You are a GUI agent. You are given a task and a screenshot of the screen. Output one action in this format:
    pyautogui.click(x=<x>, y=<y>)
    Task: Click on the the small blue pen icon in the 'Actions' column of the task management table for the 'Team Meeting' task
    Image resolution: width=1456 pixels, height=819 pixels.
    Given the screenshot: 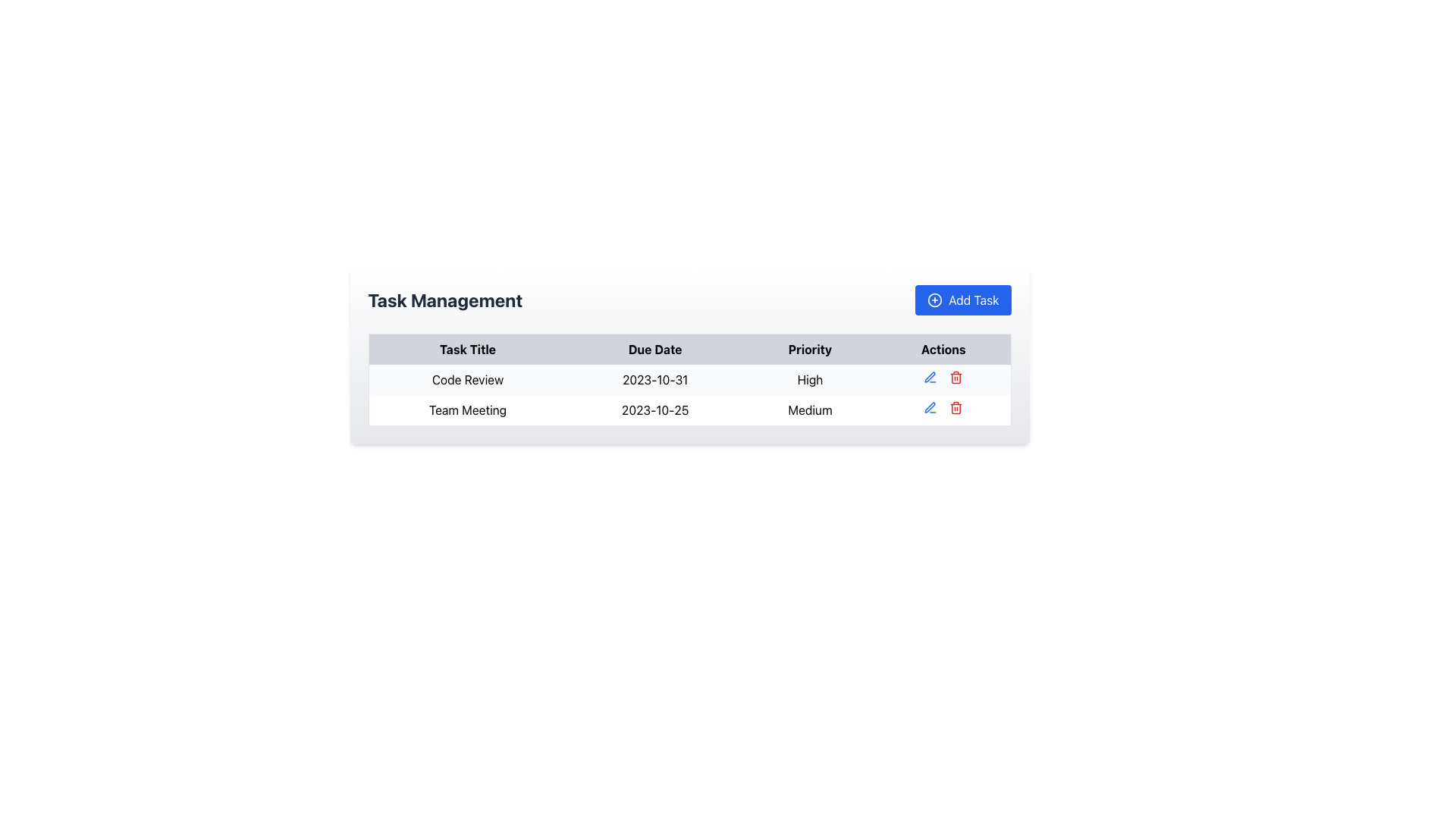 What is the action you would take?
    pyautogui.click(x=930, y=376)
    